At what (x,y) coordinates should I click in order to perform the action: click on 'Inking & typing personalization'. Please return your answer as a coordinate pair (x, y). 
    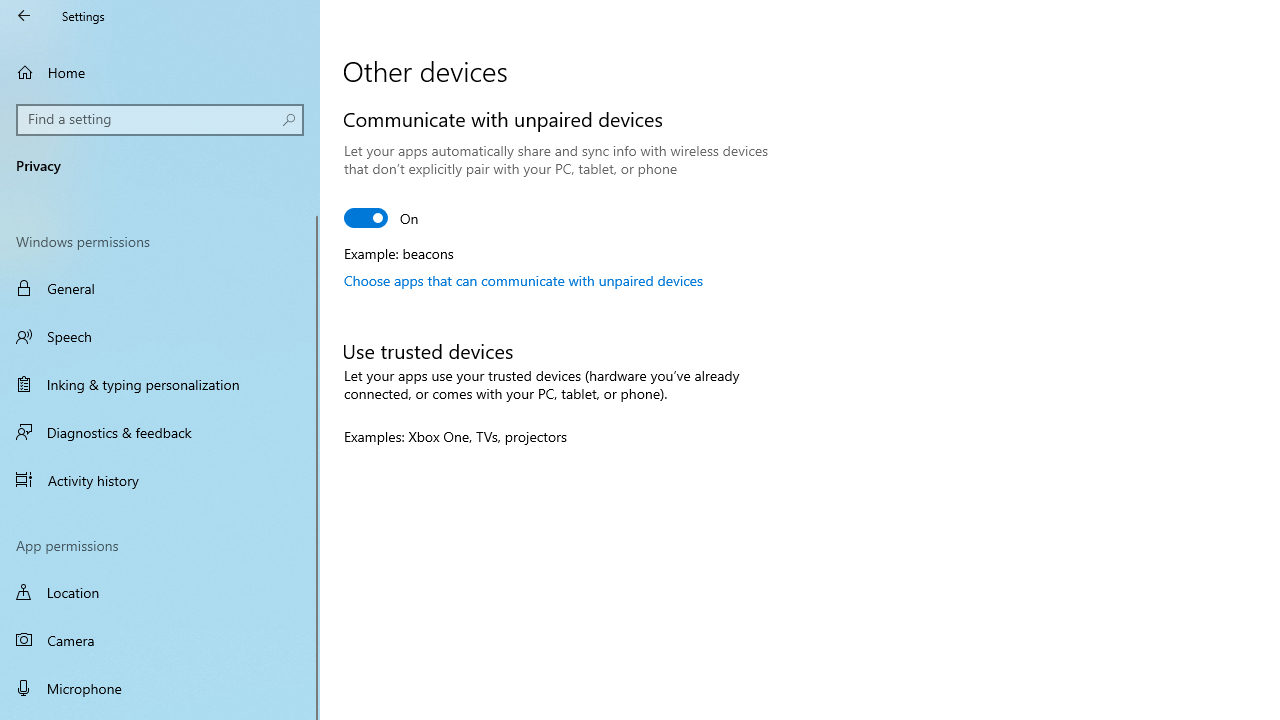
    Looking at the image, I should click on (160, 384).